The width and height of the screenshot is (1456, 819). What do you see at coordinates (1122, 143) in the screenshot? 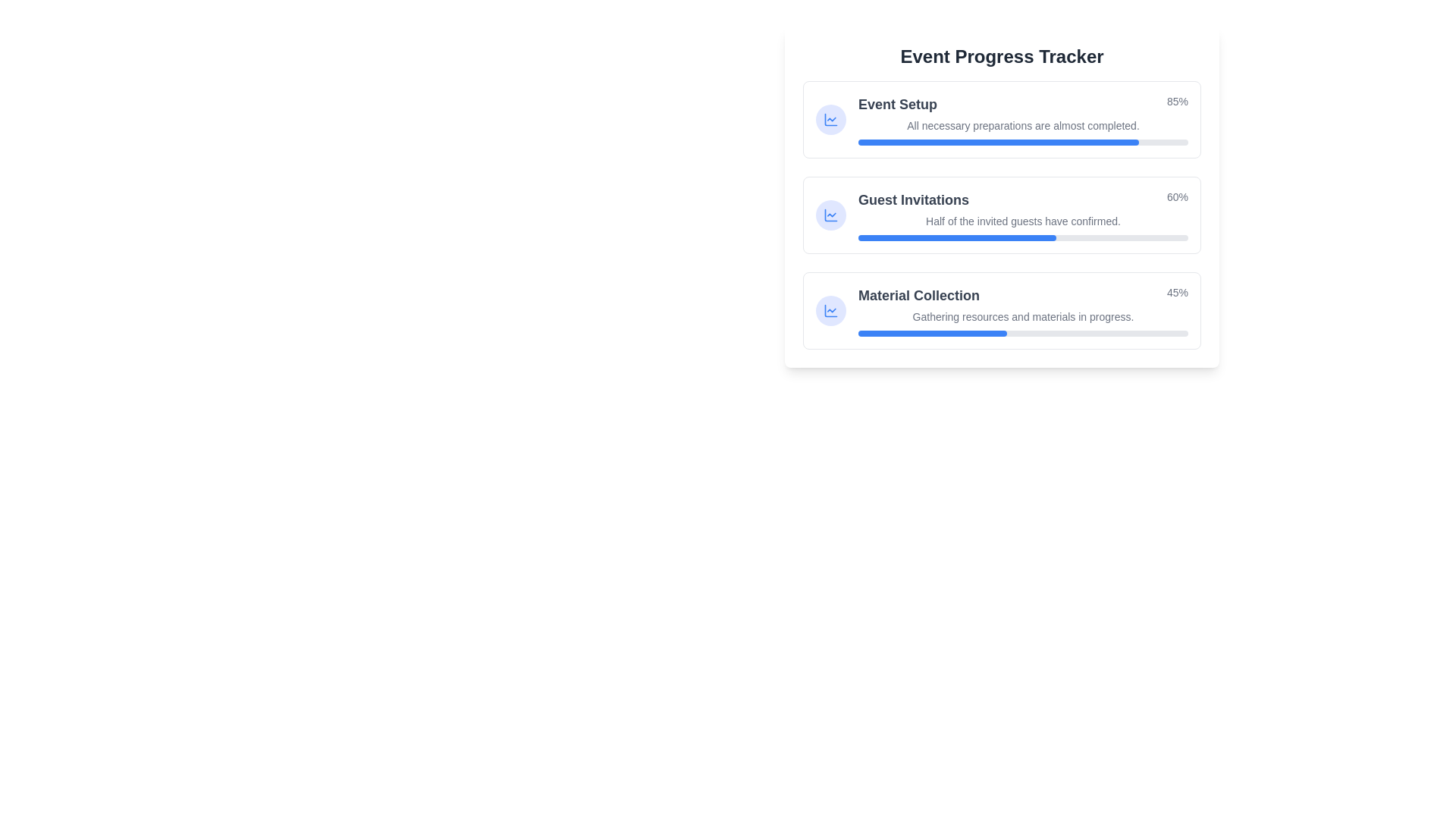
I see `the progress of the bar` at bounding box center [1122, 143].